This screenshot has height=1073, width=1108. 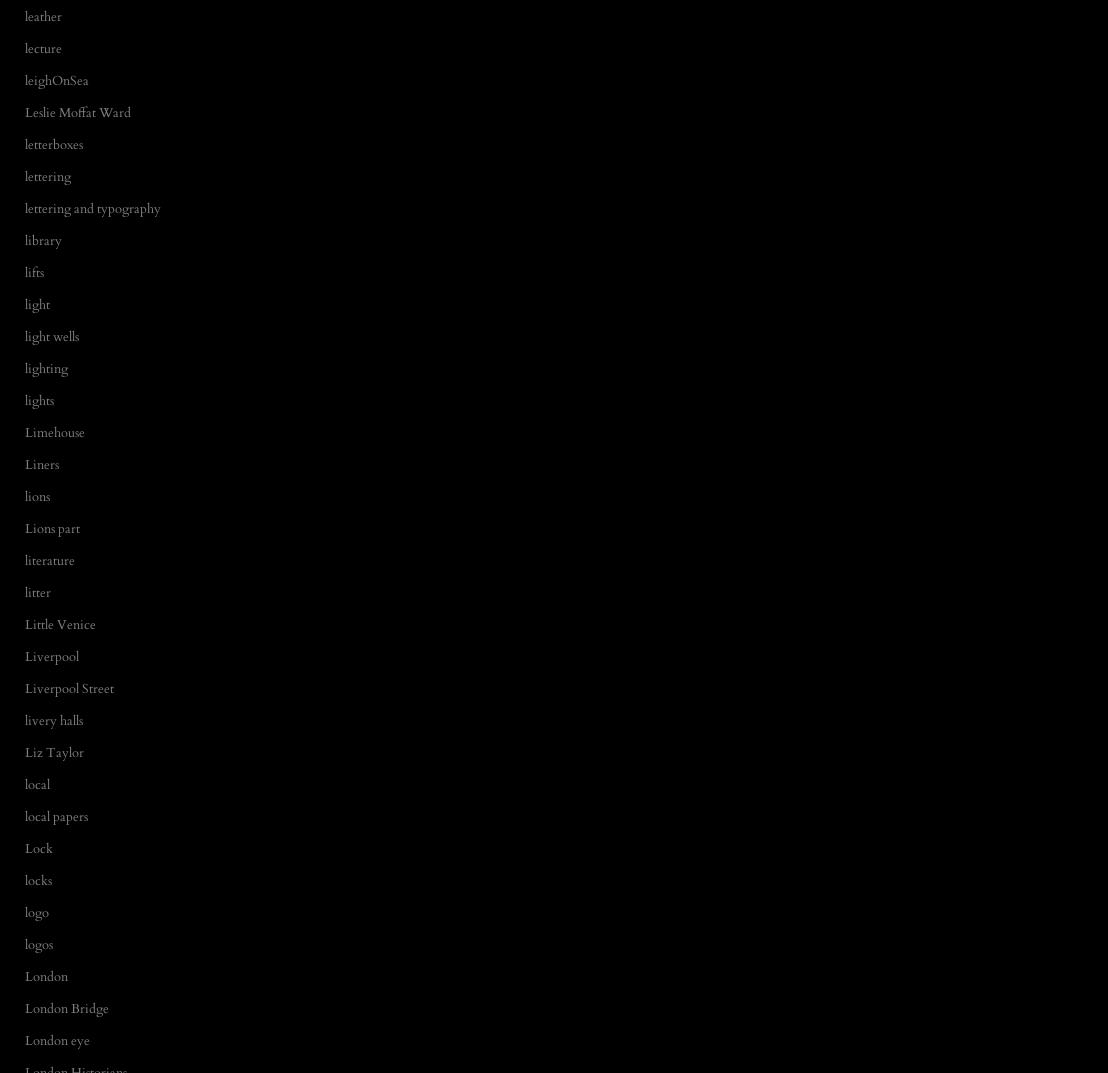 I want to click on 'leather', so click(x=43, y=14).